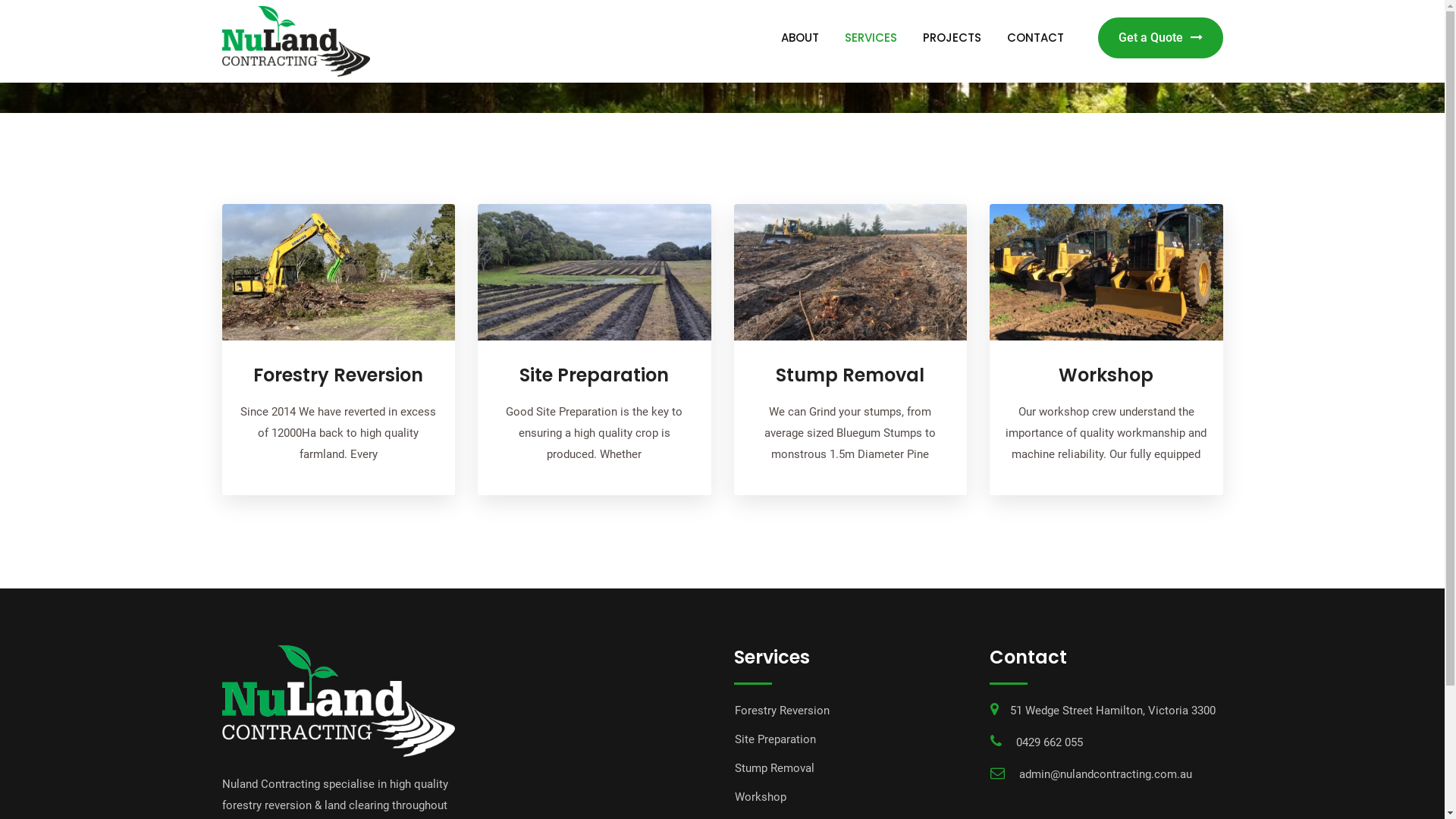 The image size is (1456, 819). I want to click on 'Get a Quote', so click(1159, 37).